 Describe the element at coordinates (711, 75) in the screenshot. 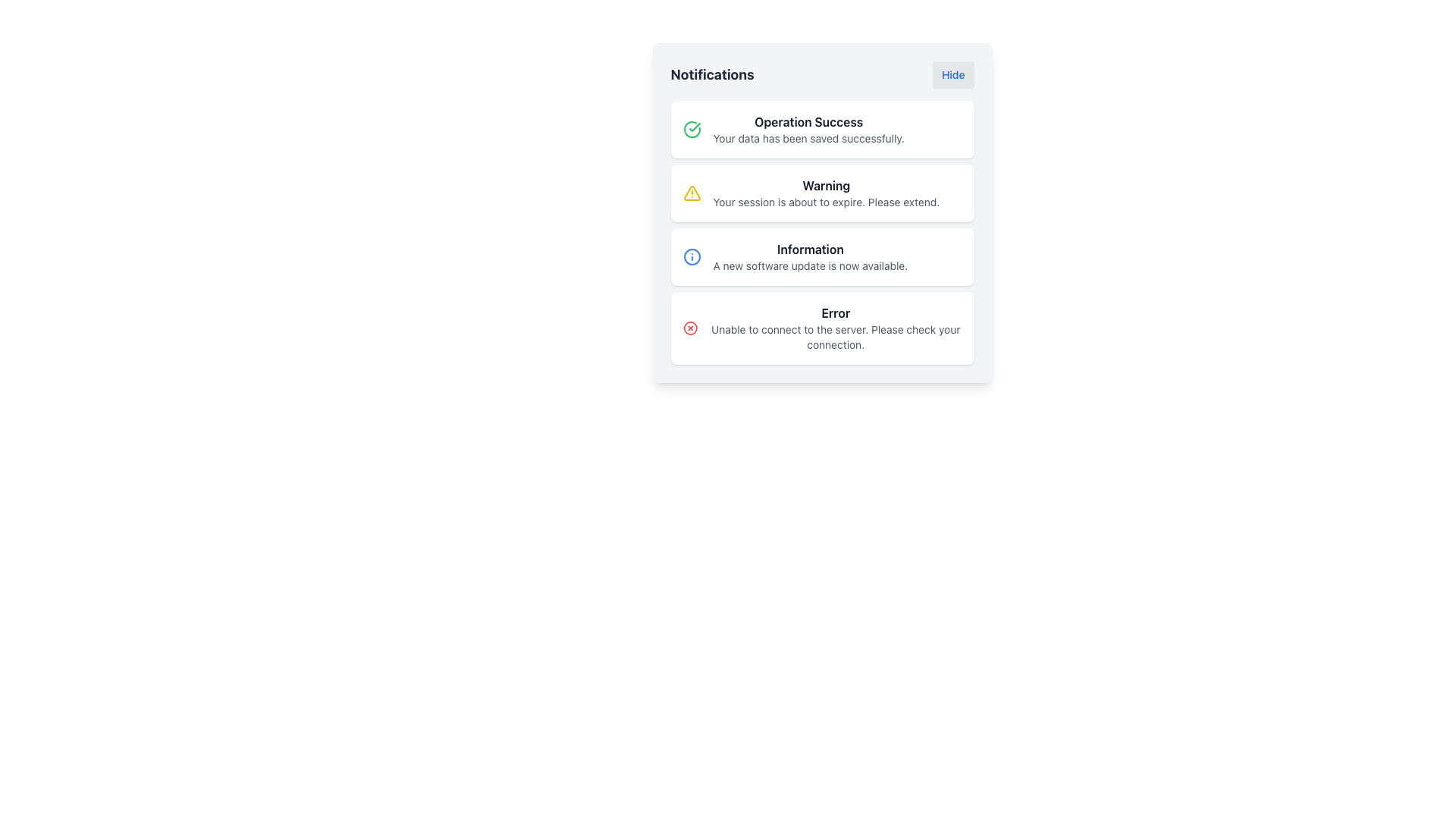

I see `the bold, large text label reading 'Notifications' located at the left side of the notification panel header` at that location.